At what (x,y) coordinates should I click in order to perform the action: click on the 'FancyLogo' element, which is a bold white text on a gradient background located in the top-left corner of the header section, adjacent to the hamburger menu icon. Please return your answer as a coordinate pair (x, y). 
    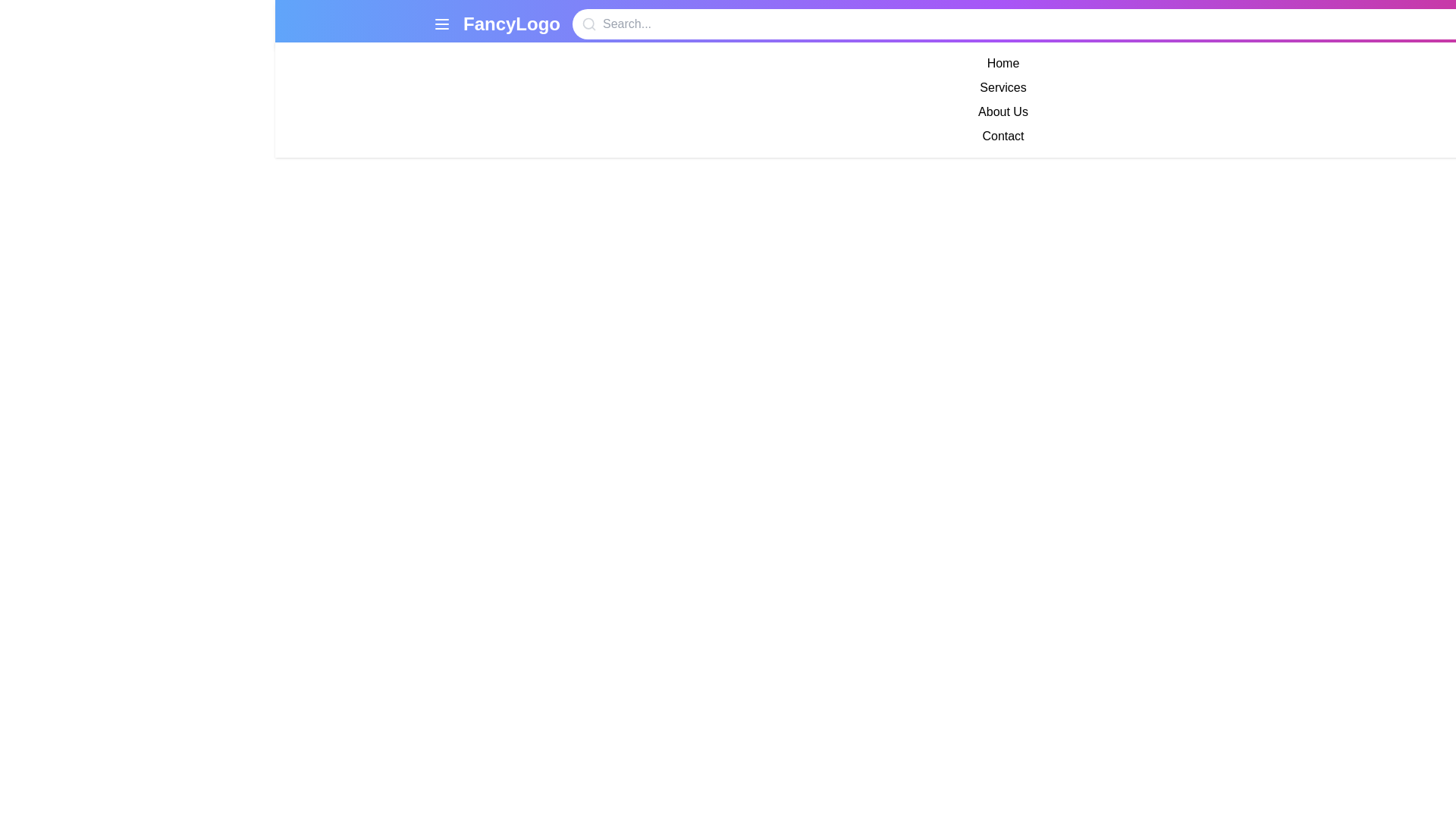
    Looking at the image, I should click on (497, 24).